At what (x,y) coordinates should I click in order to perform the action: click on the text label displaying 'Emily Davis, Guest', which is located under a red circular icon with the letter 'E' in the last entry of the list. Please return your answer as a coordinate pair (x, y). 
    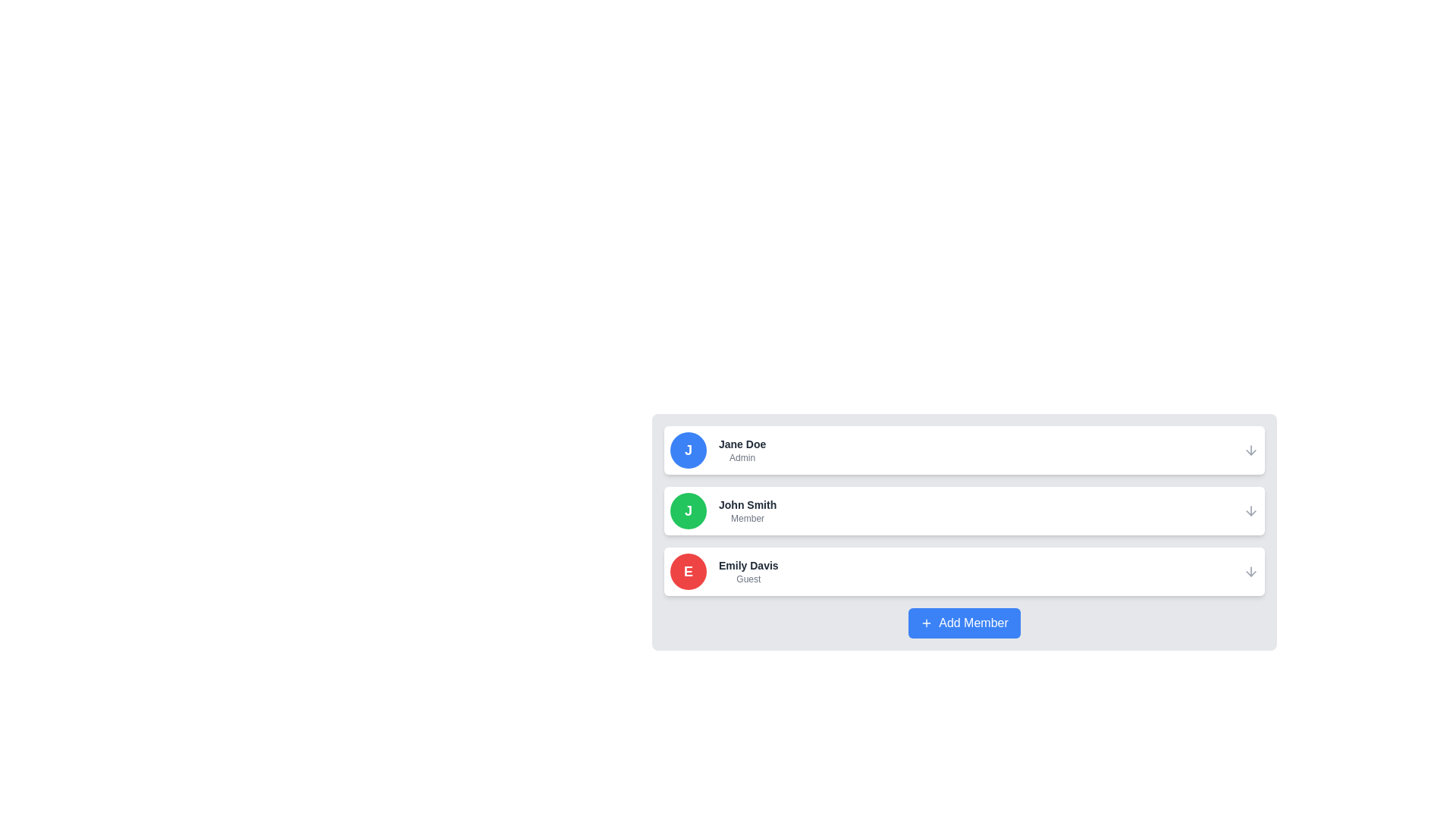
    Looking at the image, I should click on (748, 571).